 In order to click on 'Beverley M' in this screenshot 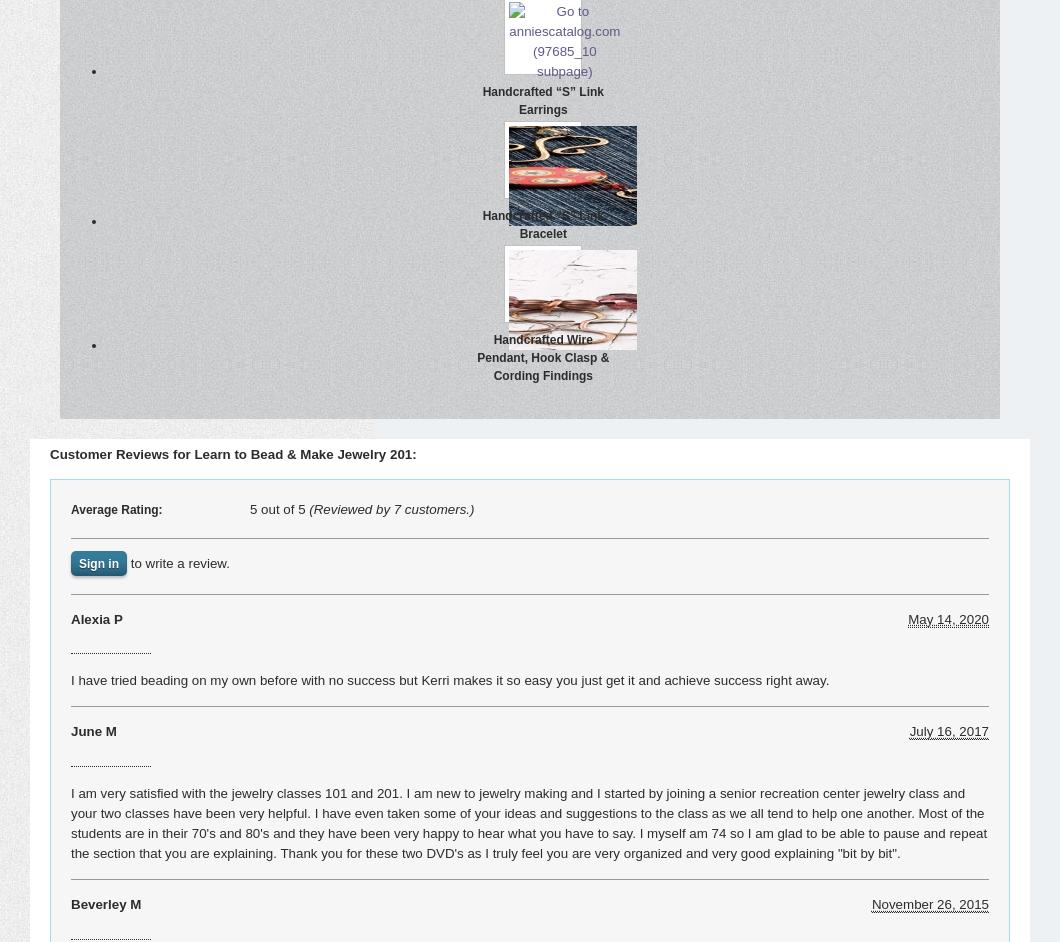, I will do `click(106, 903)`.